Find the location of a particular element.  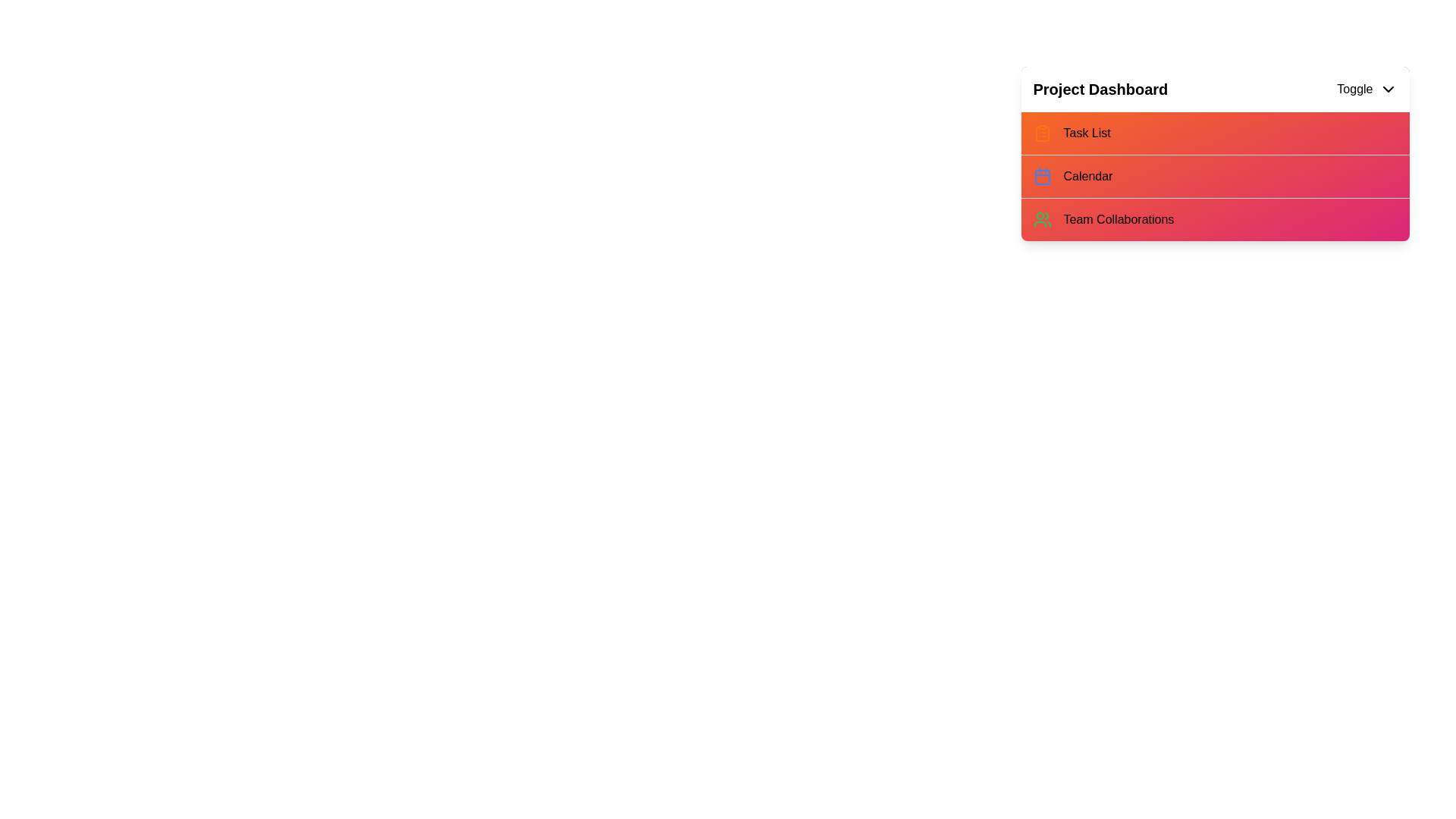

the icon corresponding to Team Collaborations is located at coordinates (1041, 219).